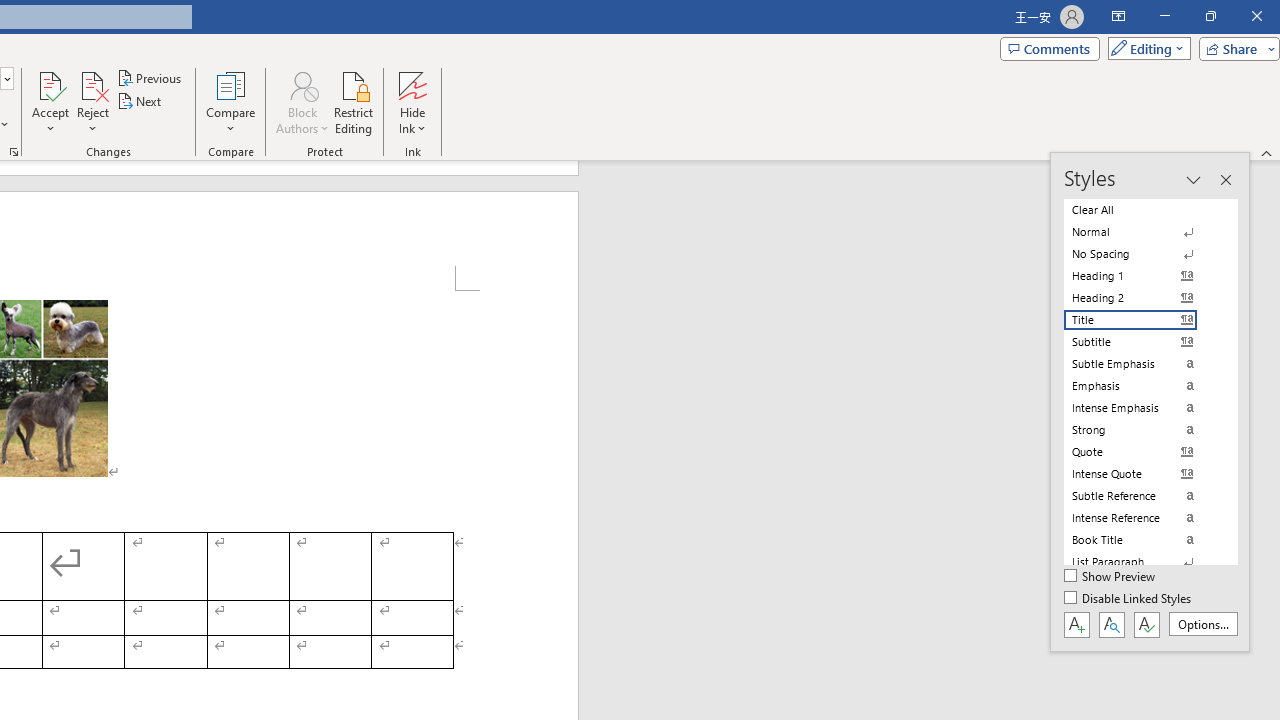  I want to click on 'Compare', so click(231, 103).